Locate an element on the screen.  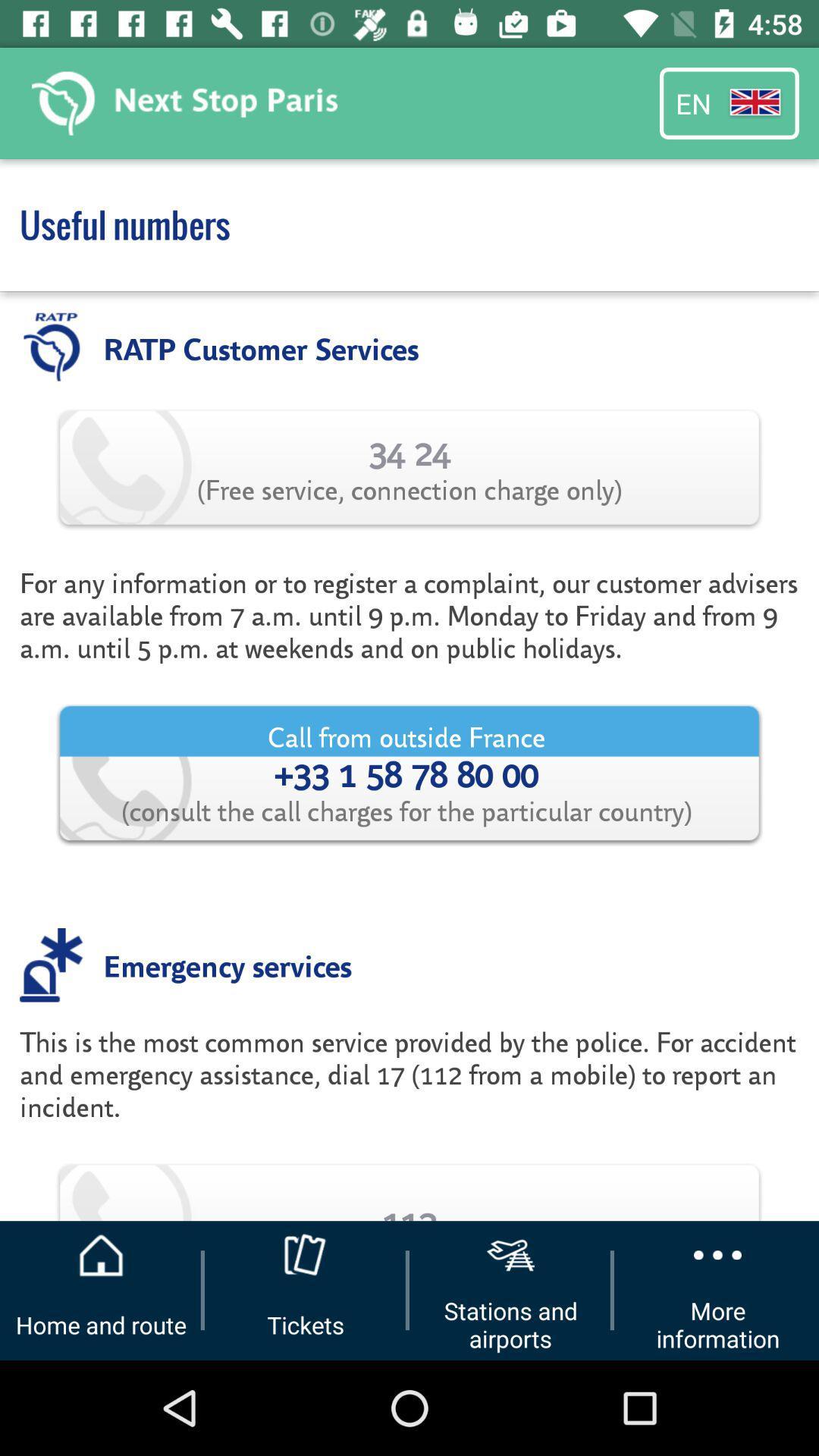
icon above the for any information app is located at coordinates (409, 466).